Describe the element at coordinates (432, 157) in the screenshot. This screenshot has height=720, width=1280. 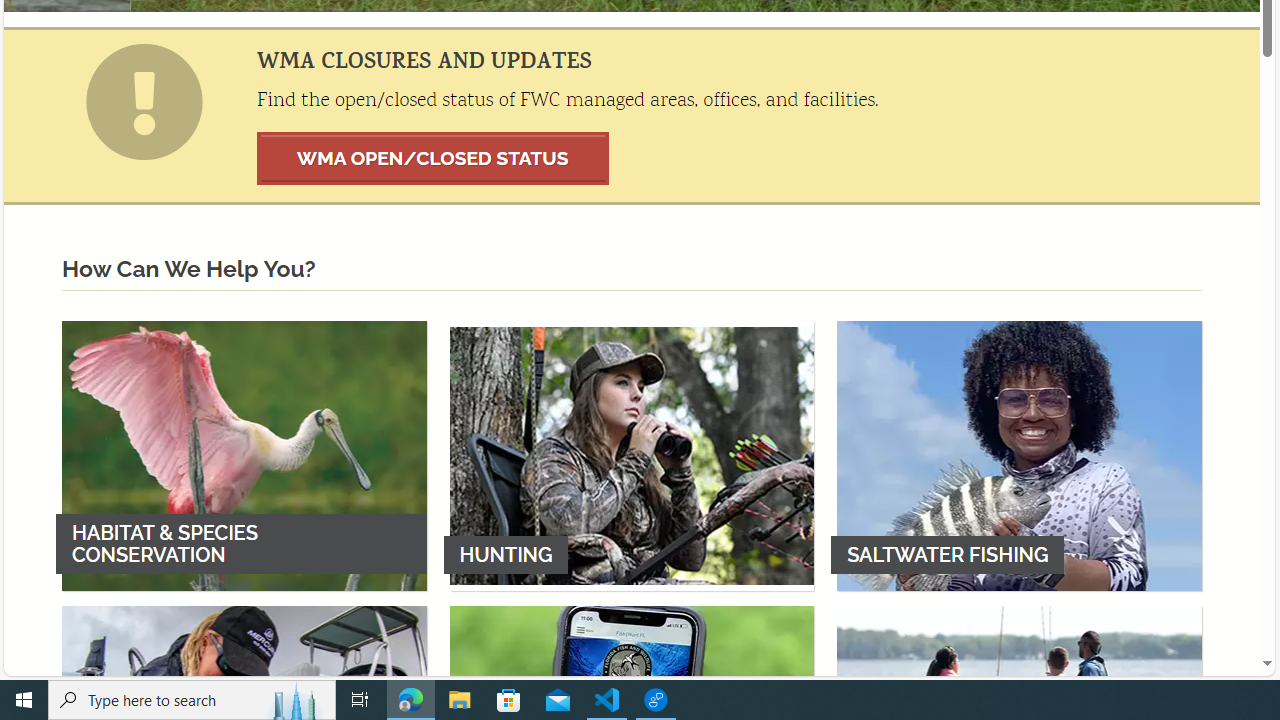
I see `'WMA OPEN/CLOSED STATUS'` at that location.